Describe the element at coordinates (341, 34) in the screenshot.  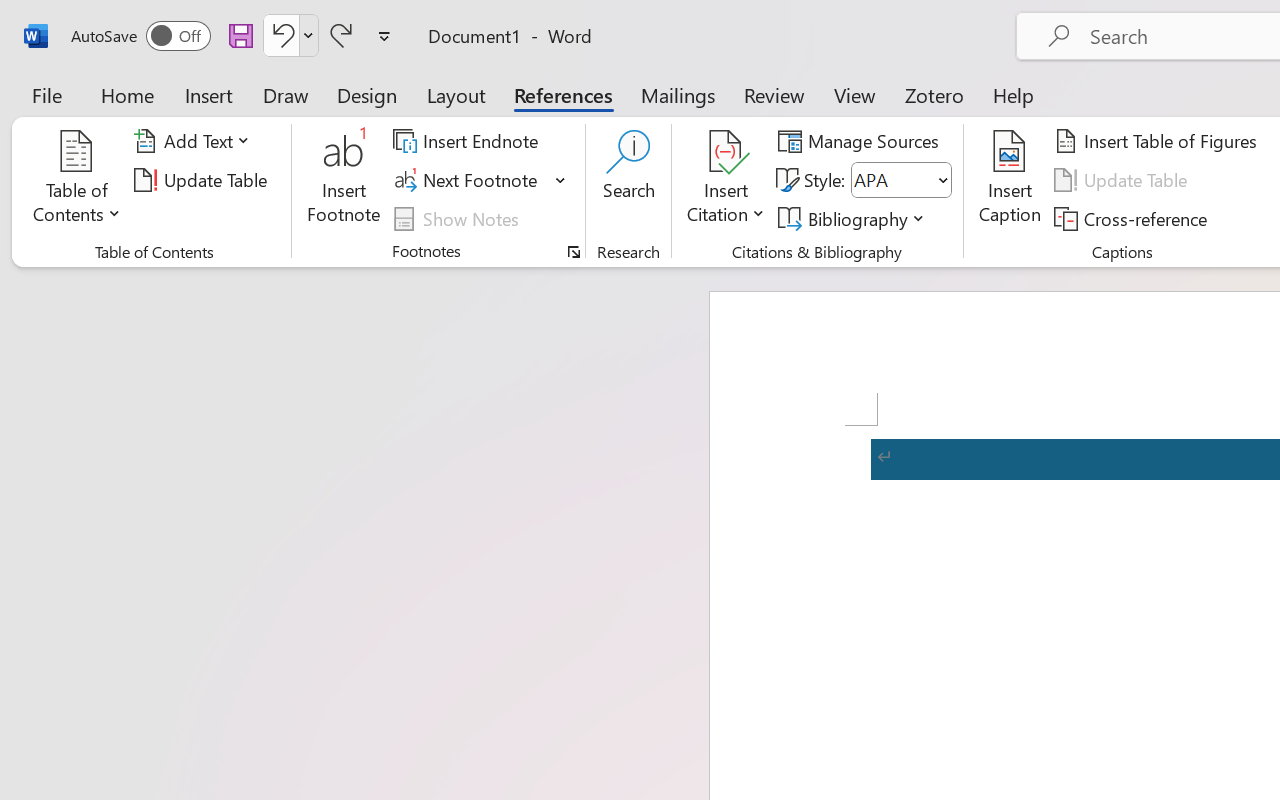
I see `'Redo Apply Quick Style'` at that location.